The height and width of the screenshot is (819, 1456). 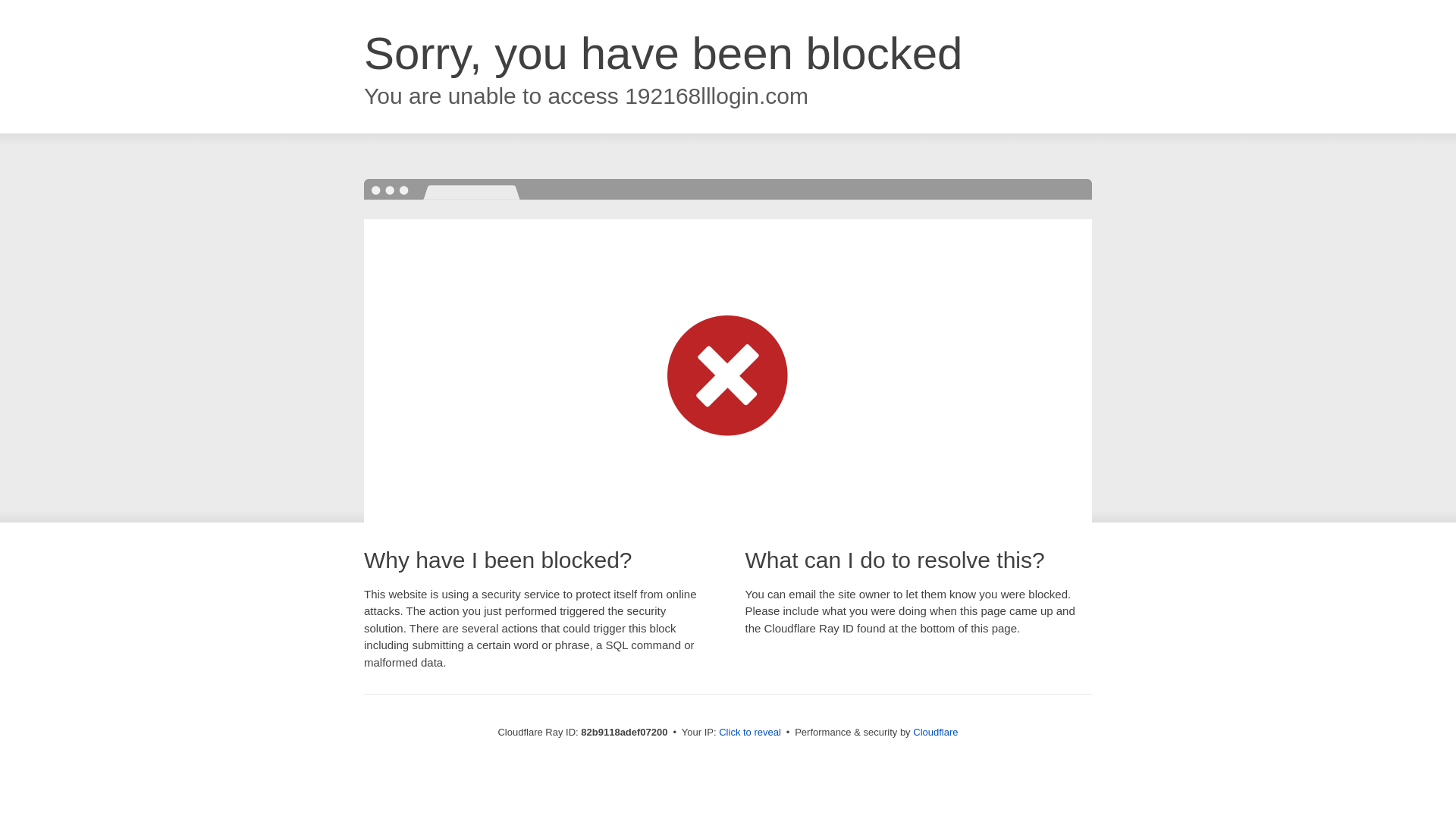 What do you see at coordinates (749, 731) in the screenshot?
I see `'Click to reveal'` at bounding box center [749, 731].